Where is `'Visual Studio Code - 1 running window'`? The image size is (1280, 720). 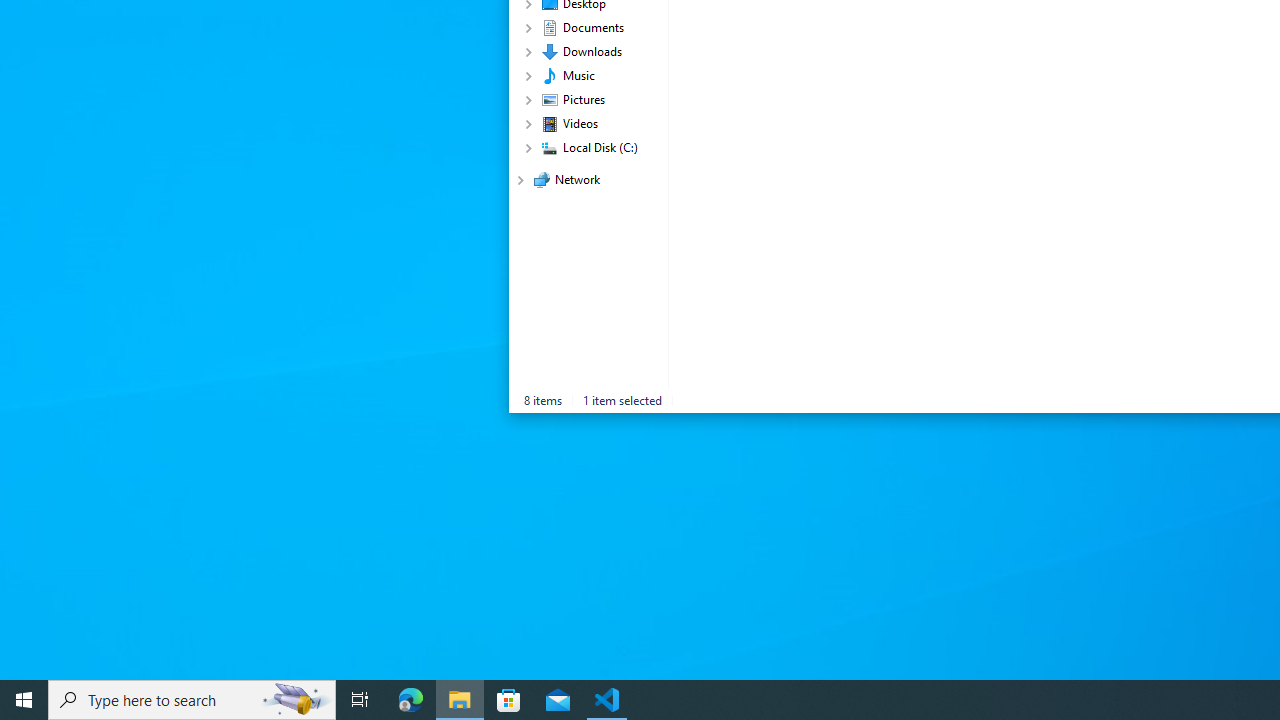 'Visual Studio Code - 1 running window' is located at coordinates (606, 698).